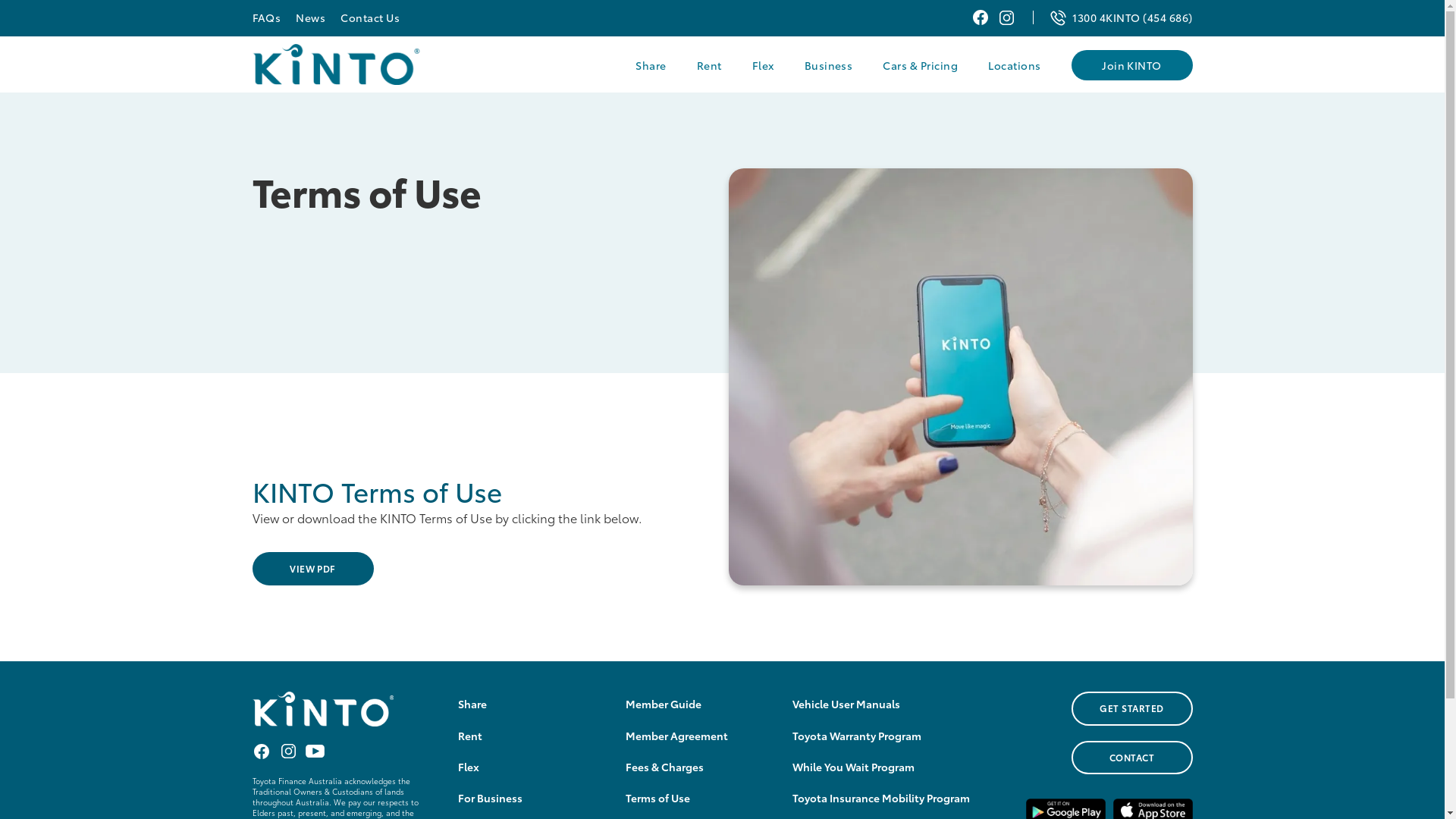 The height and width of the screenshot is (819, 1456). Describe the element at coordinates (763, 64) in the screenshot. I see `'Flex'` at that location.